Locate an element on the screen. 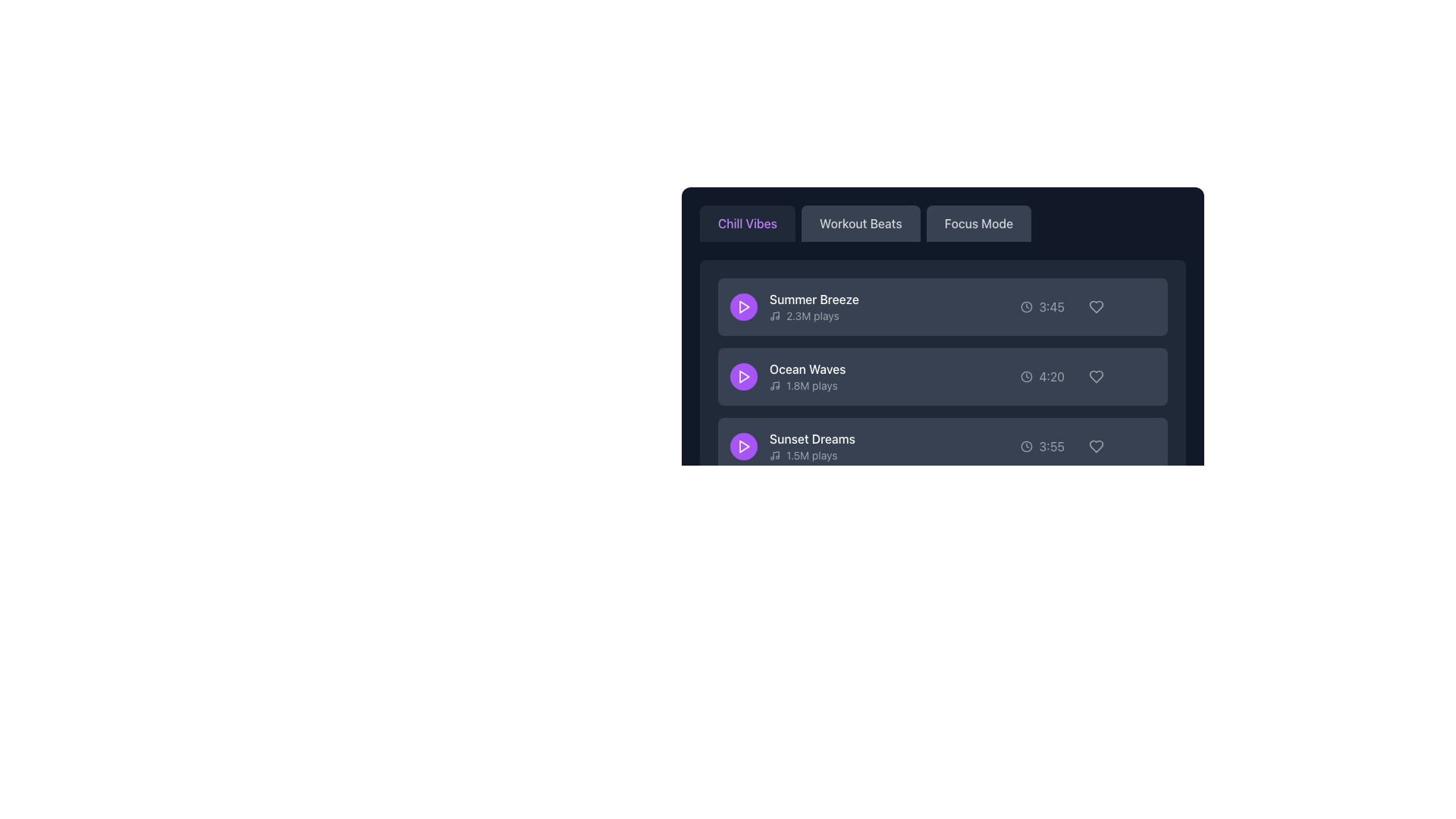 Image resolution: width=1456 pixels, height=819 pixels. the heart-shaped icon located to the far right of the first song entry, adjacent to the duration '3:45' is located at coordinates (1096, 307).